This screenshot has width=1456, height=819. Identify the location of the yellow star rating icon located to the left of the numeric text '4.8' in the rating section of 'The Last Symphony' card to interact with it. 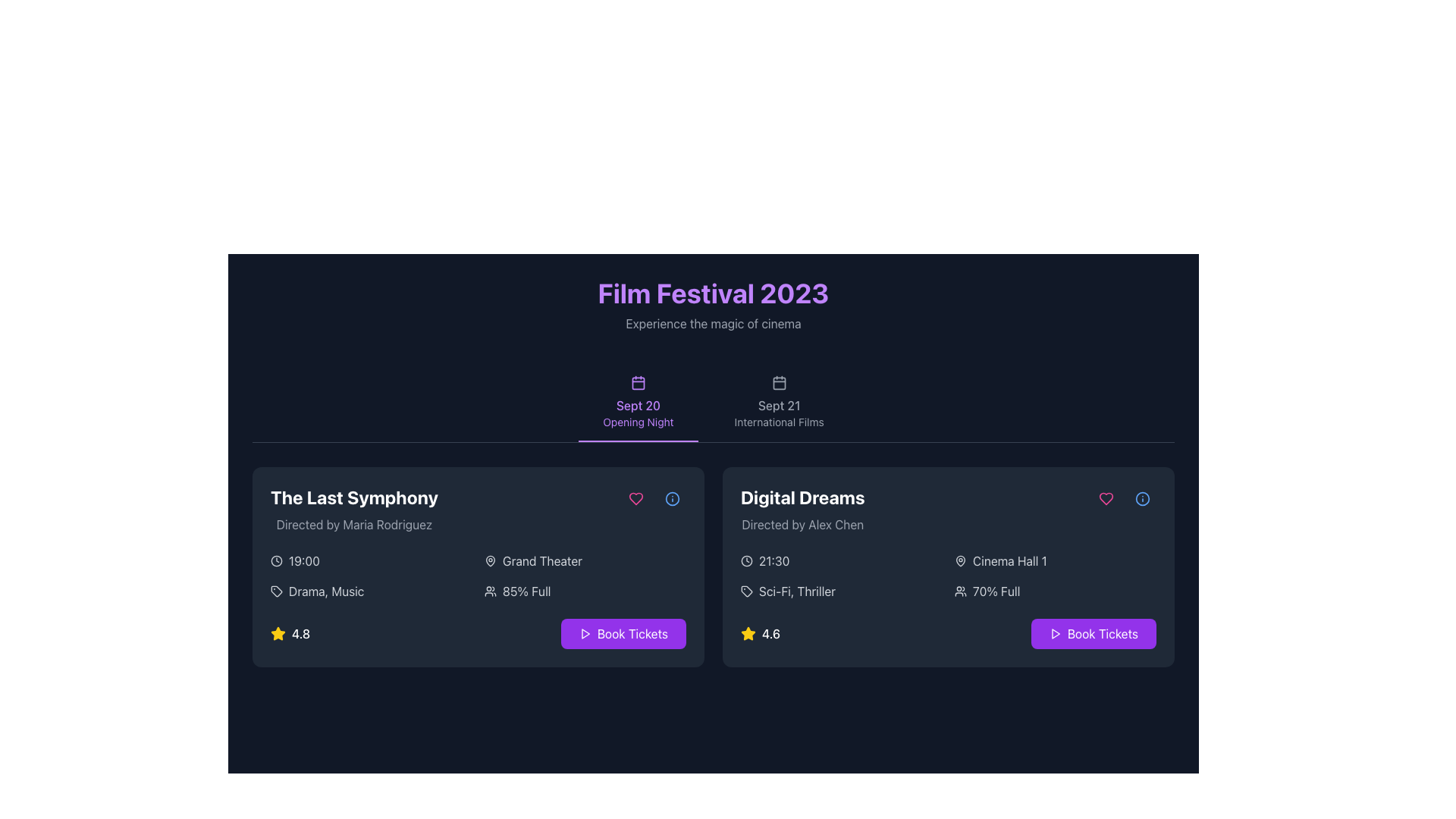
(278, 634).